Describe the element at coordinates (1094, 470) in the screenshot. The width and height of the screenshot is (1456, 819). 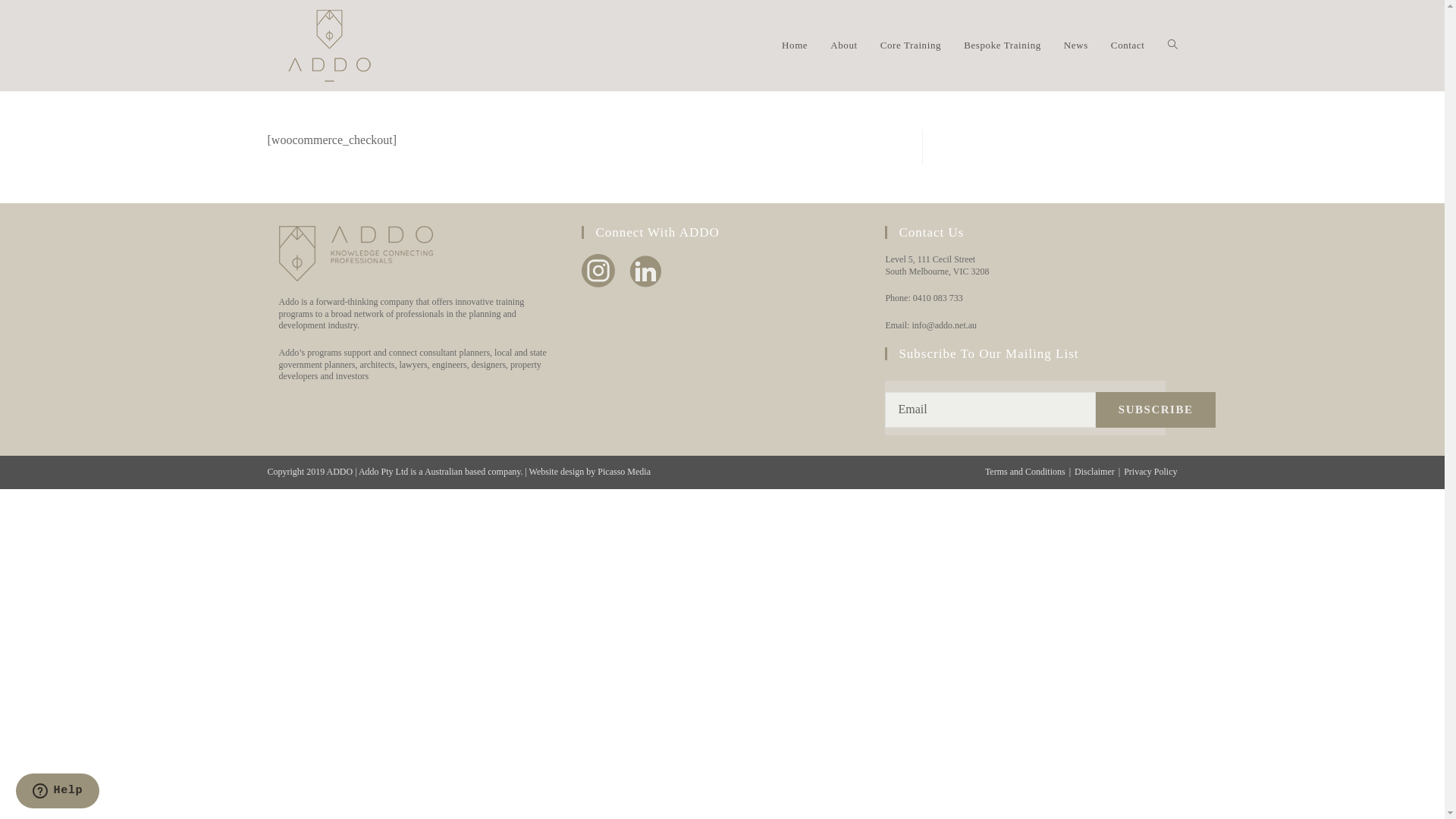
I see `'Disclaimer'` at that location.